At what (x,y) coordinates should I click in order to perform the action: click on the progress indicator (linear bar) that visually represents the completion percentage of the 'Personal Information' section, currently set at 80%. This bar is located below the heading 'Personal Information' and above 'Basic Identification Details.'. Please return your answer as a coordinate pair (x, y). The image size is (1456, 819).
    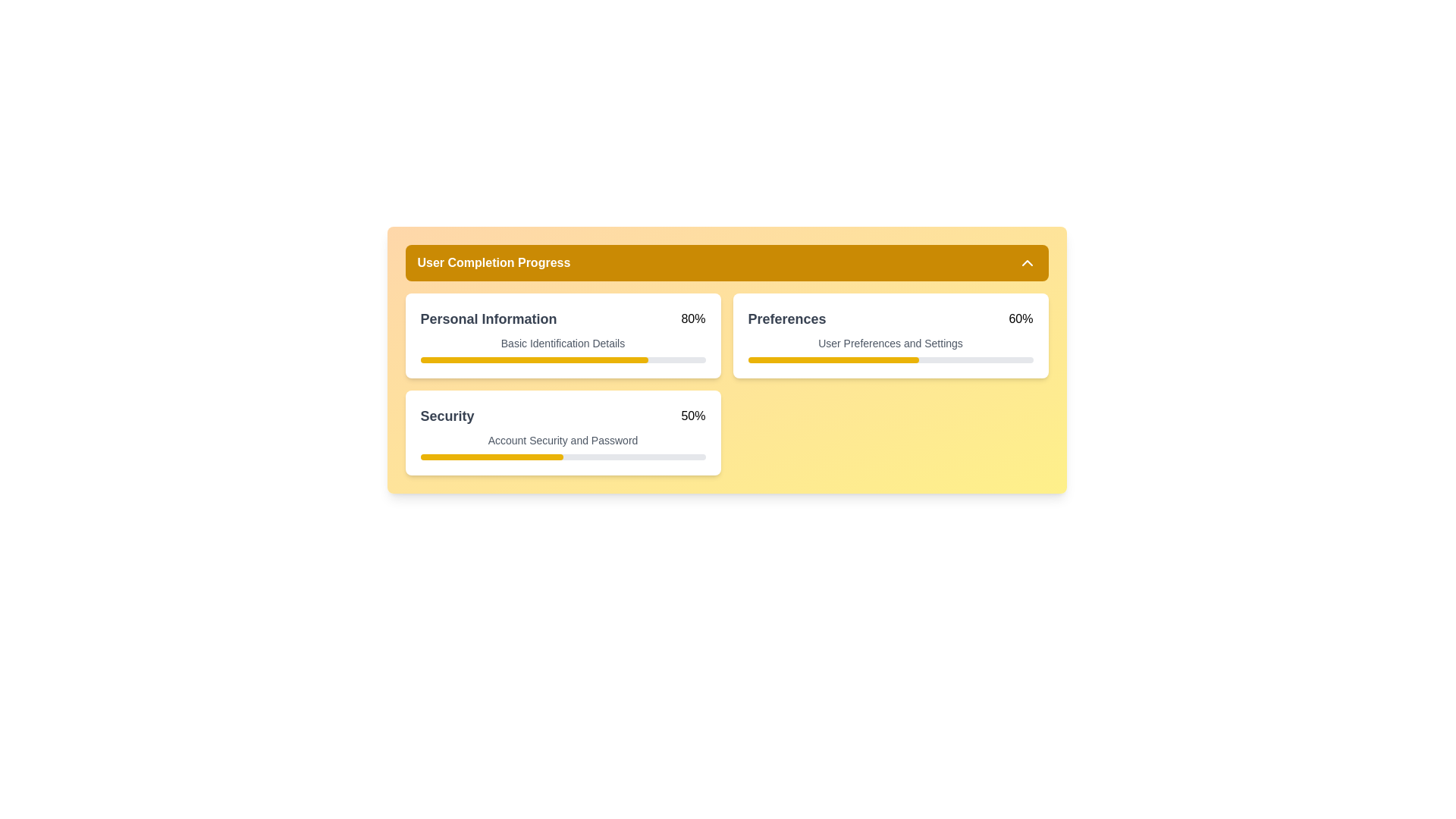
    Looking at the image, I should click on (562, 359).